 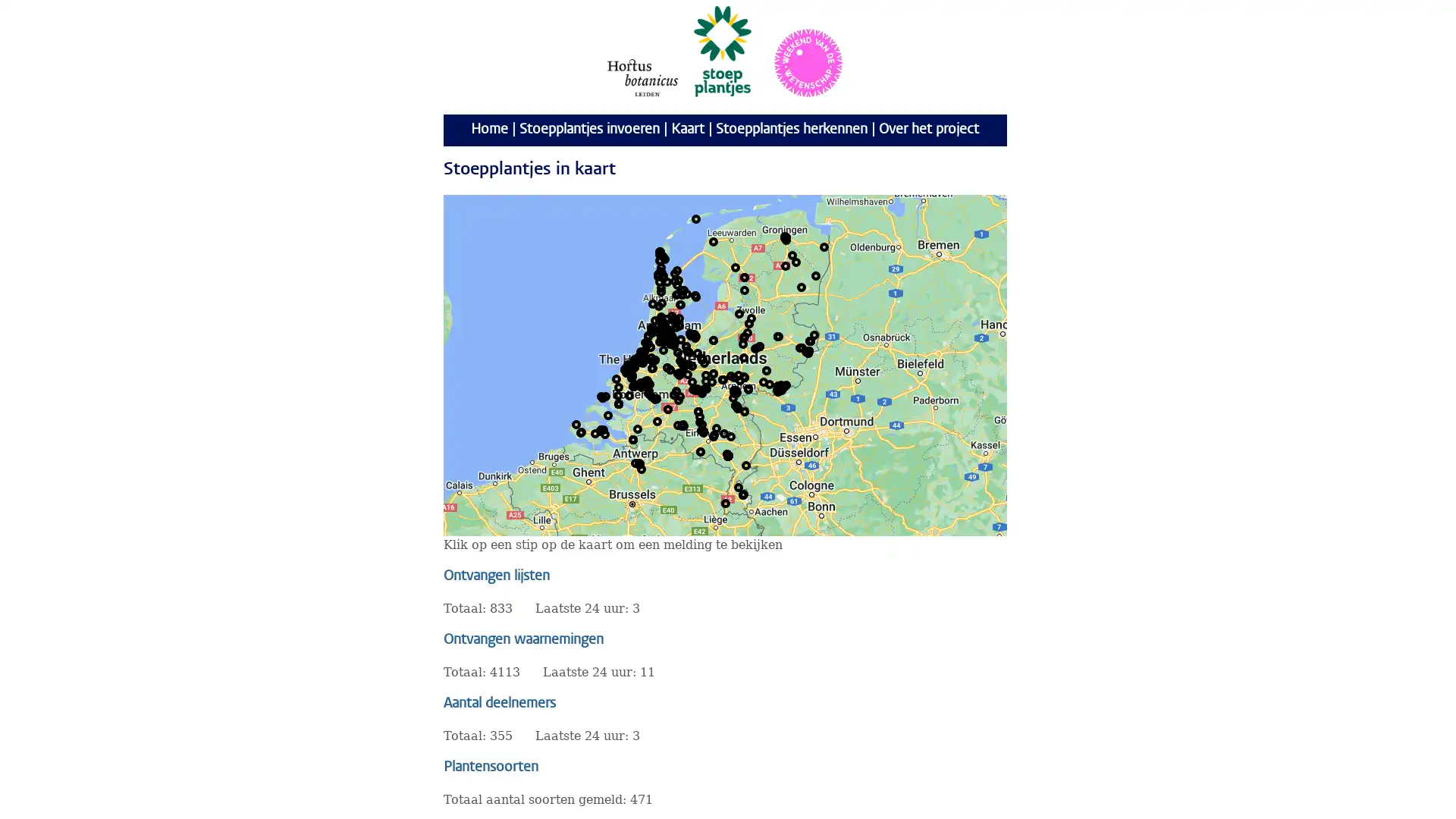 What do you see at coordinates (642, 357) in the screenshot?
I see `Telling van Esther Kerkhove op 21 maart 2022` at bounding box center [642, 357].